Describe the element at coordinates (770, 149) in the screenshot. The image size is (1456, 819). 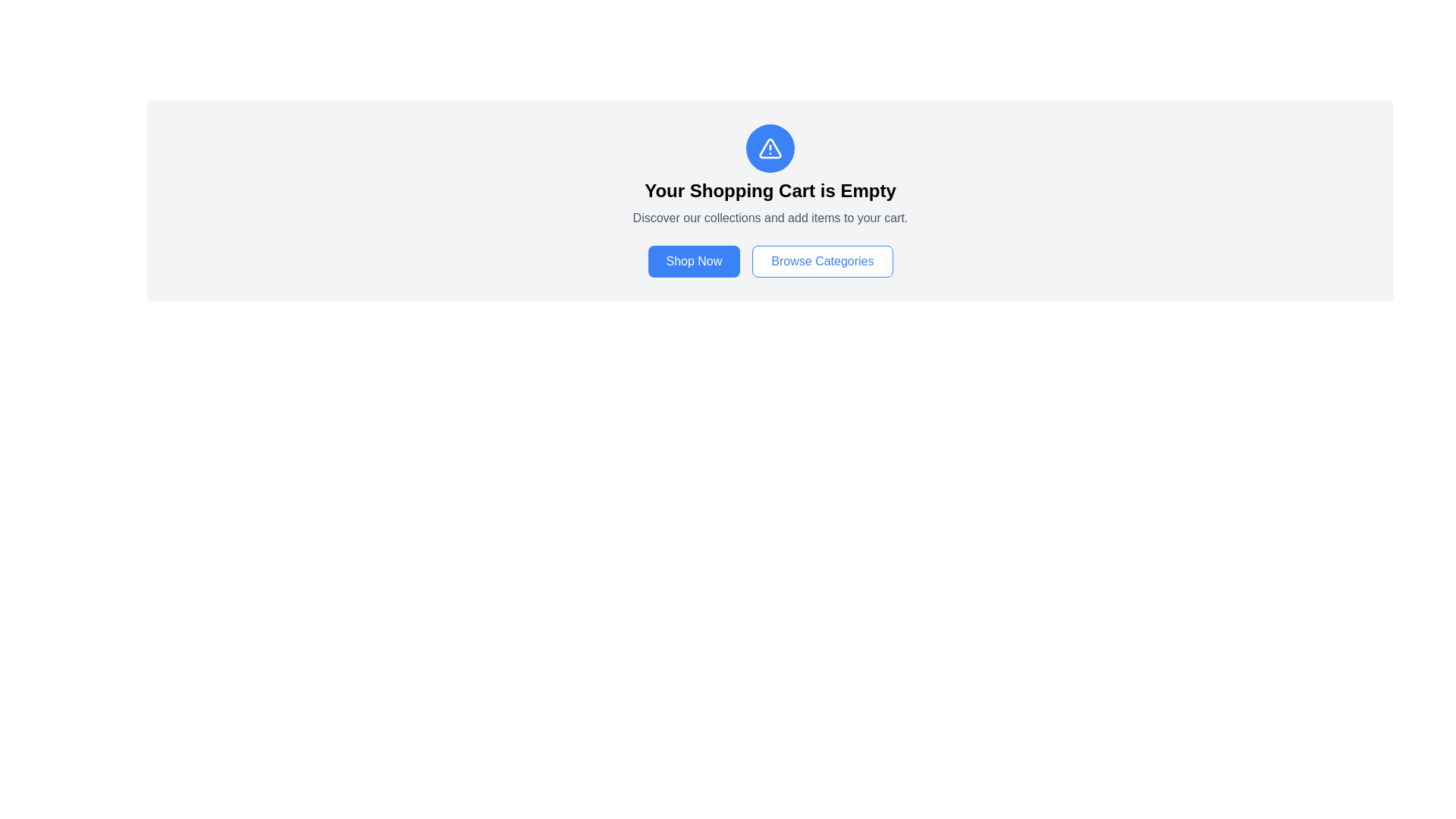
I see `the warning or alert icon inside a blue circular background, which is located at the center above the text 'Your Shopping Cart is Empty'` at that location.